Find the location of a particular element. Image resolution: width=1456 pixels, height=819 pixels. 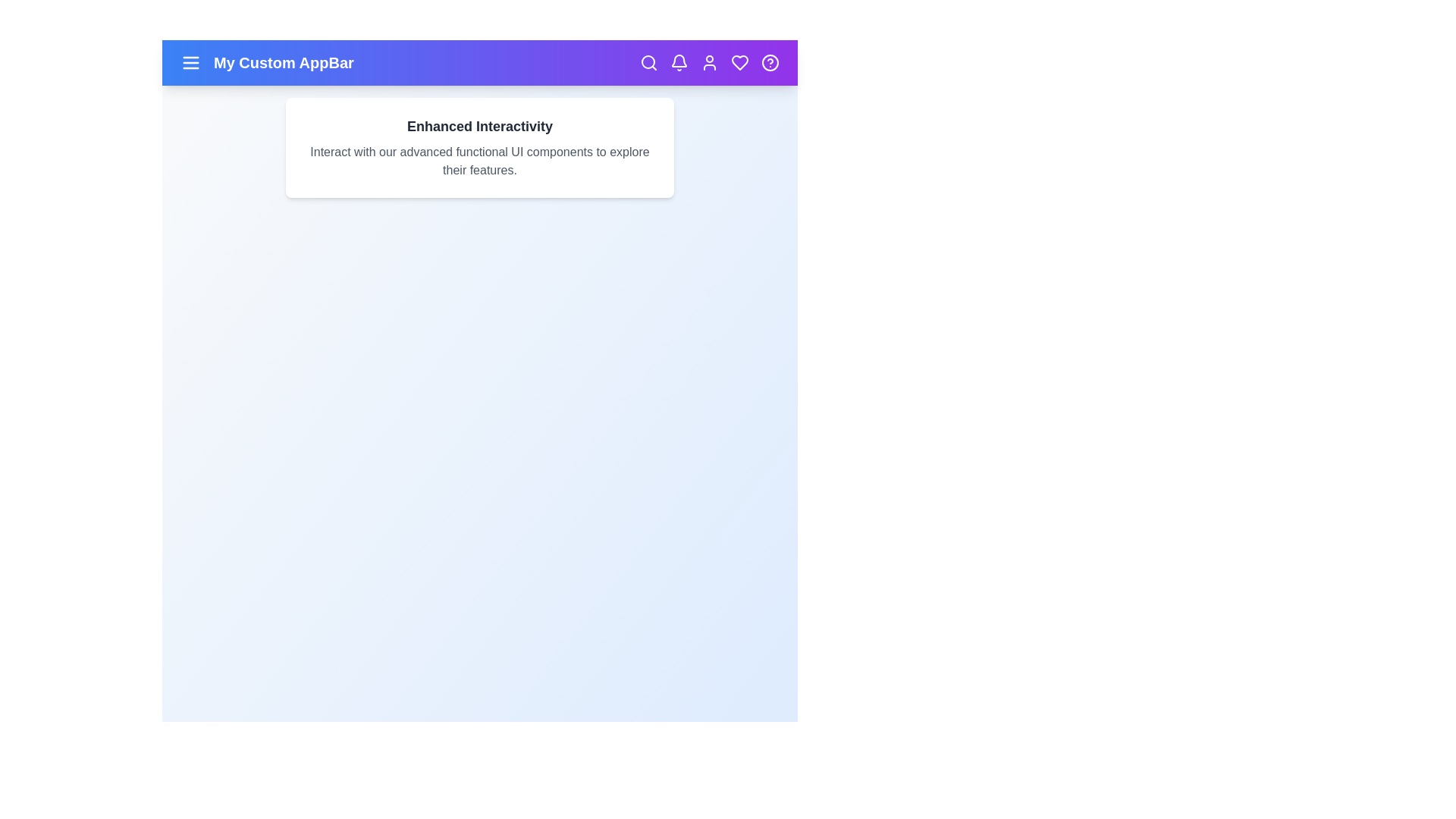

the user icon to access user options is located at coordinates (709, 62).